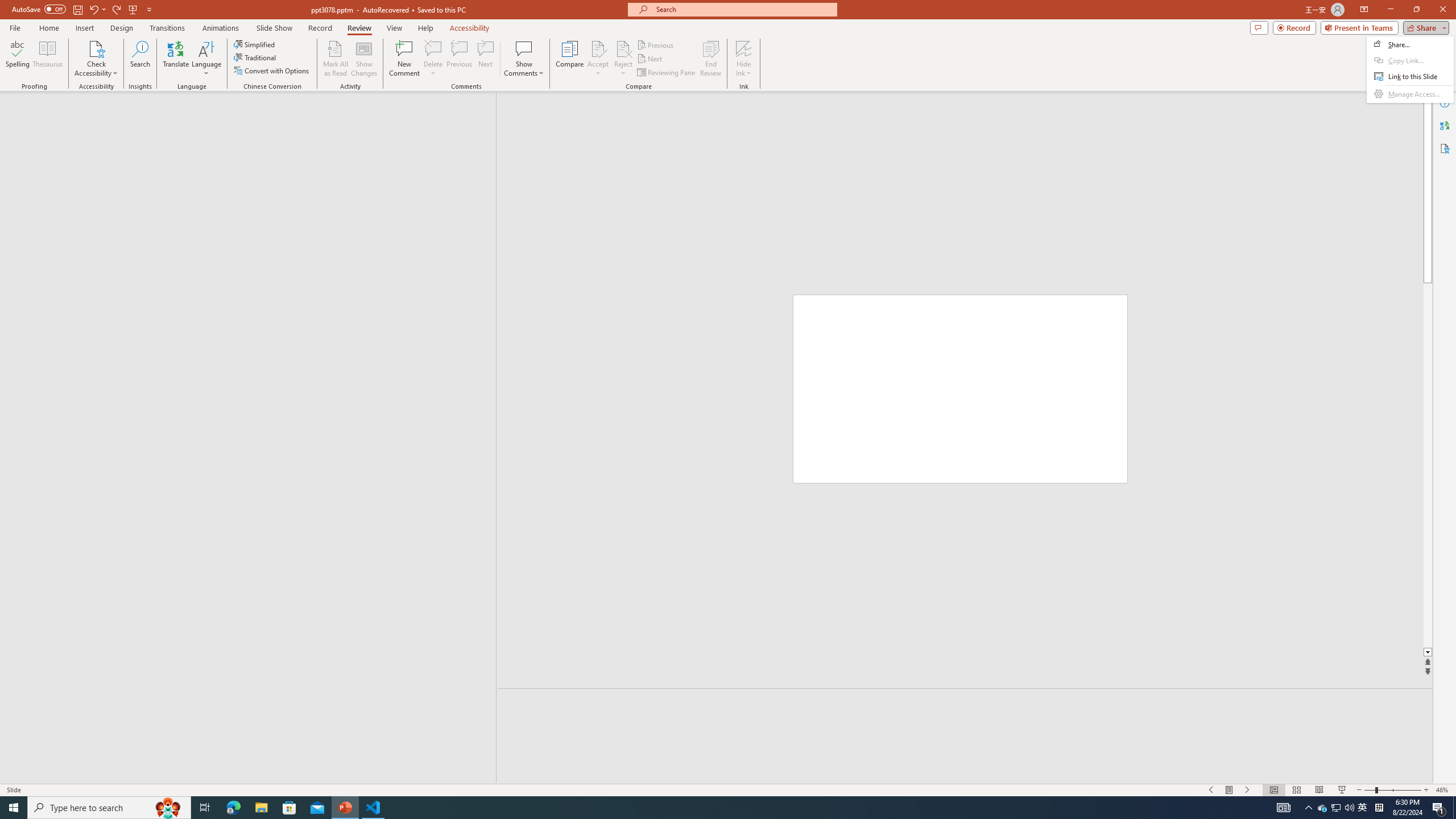 The height and width of the screenshot is (819, 1456). What do you see at coordinates (570, 59) in the screenshot?
I see `'Compare'` at bounding box center [570, 59].